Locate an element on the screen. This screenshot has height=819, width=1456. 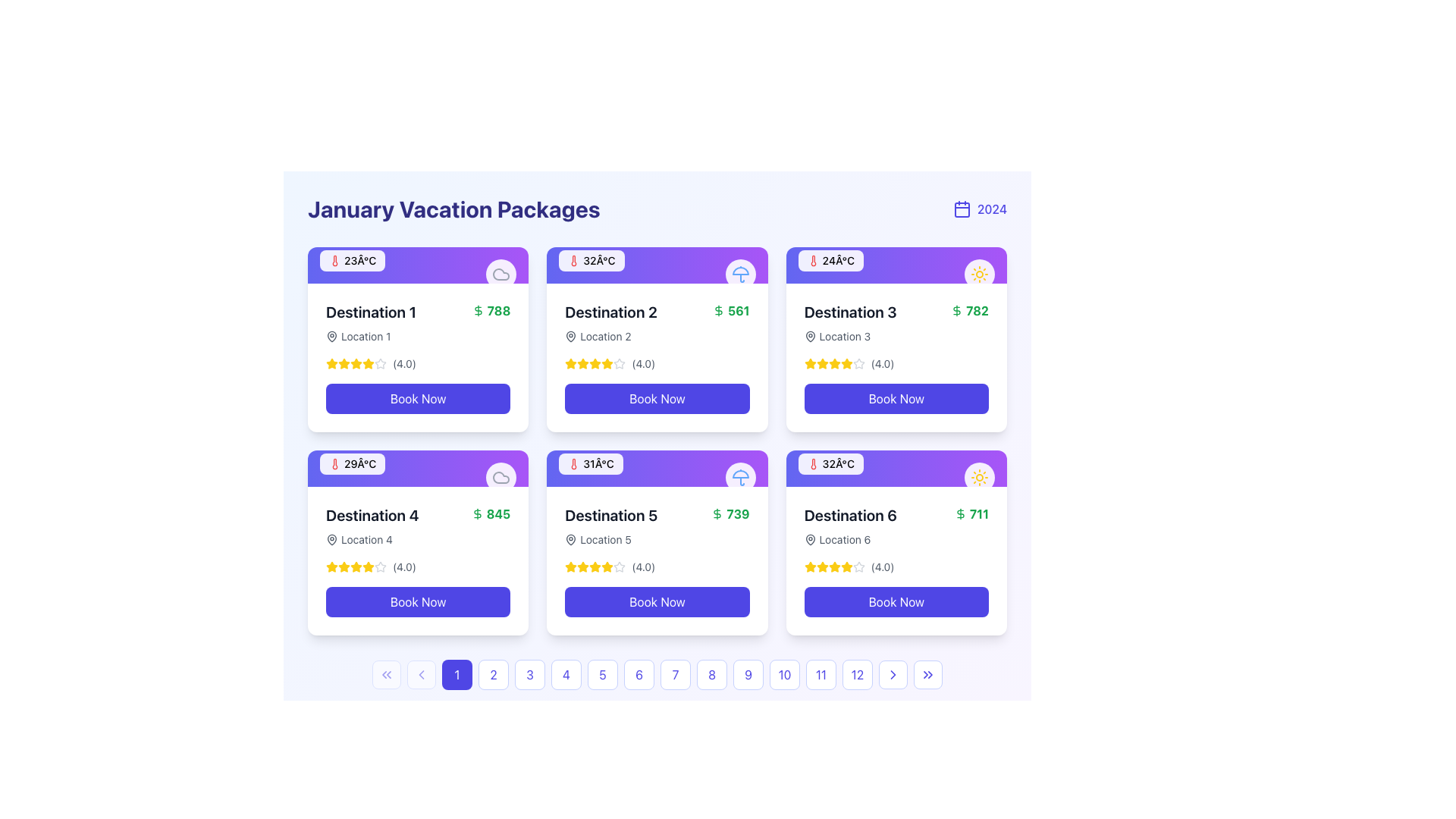
the textual header and subtext group that includes the bold header 'Destination 3' and the subtext 'Location 3', located on the third card in the first row of the grid layout is located at coordinates (850, 322).